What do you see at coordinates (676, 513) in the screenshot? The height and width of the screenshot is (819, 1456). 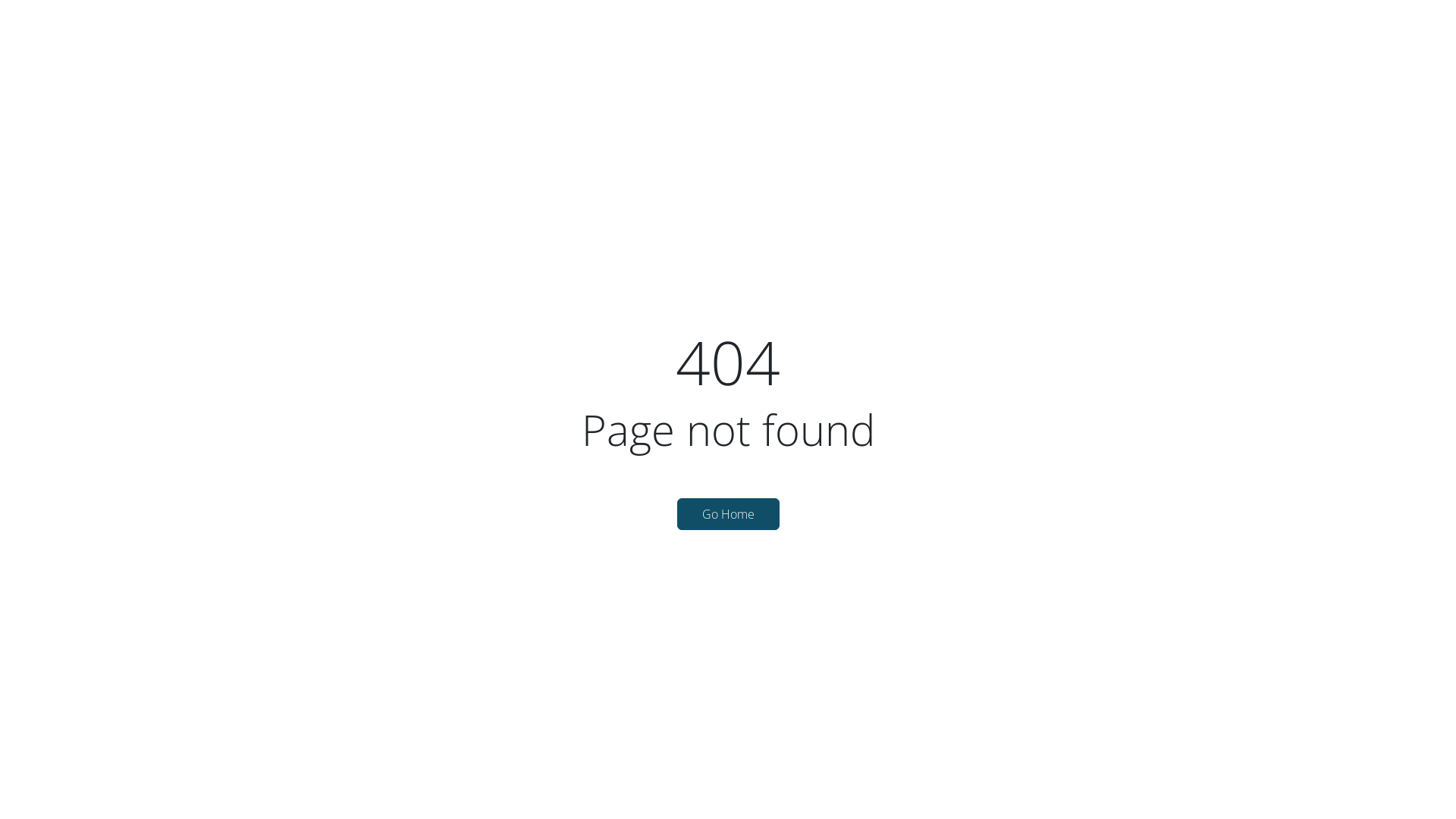 I see `'Go Home'` at bounding box center [676, 513].